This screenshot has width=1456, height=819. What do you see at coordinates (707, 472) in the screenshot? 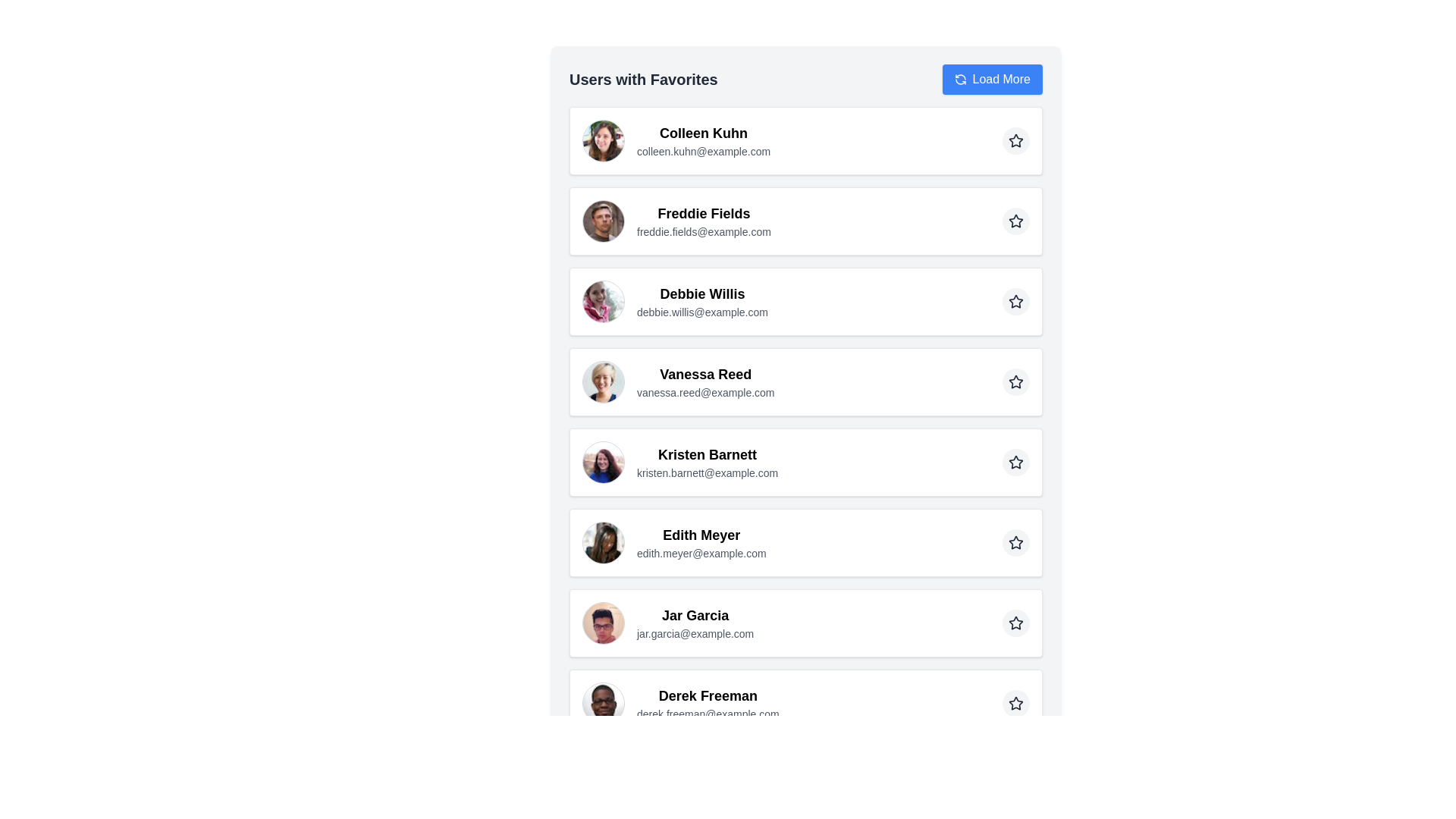
I see `text content displaying the email address 'kristen.barnett@example.com', which is styled in a smaller font size and gray color, located beneath the name 'Kristen Barnett' in the user panel` at bounding box center [707, 472].